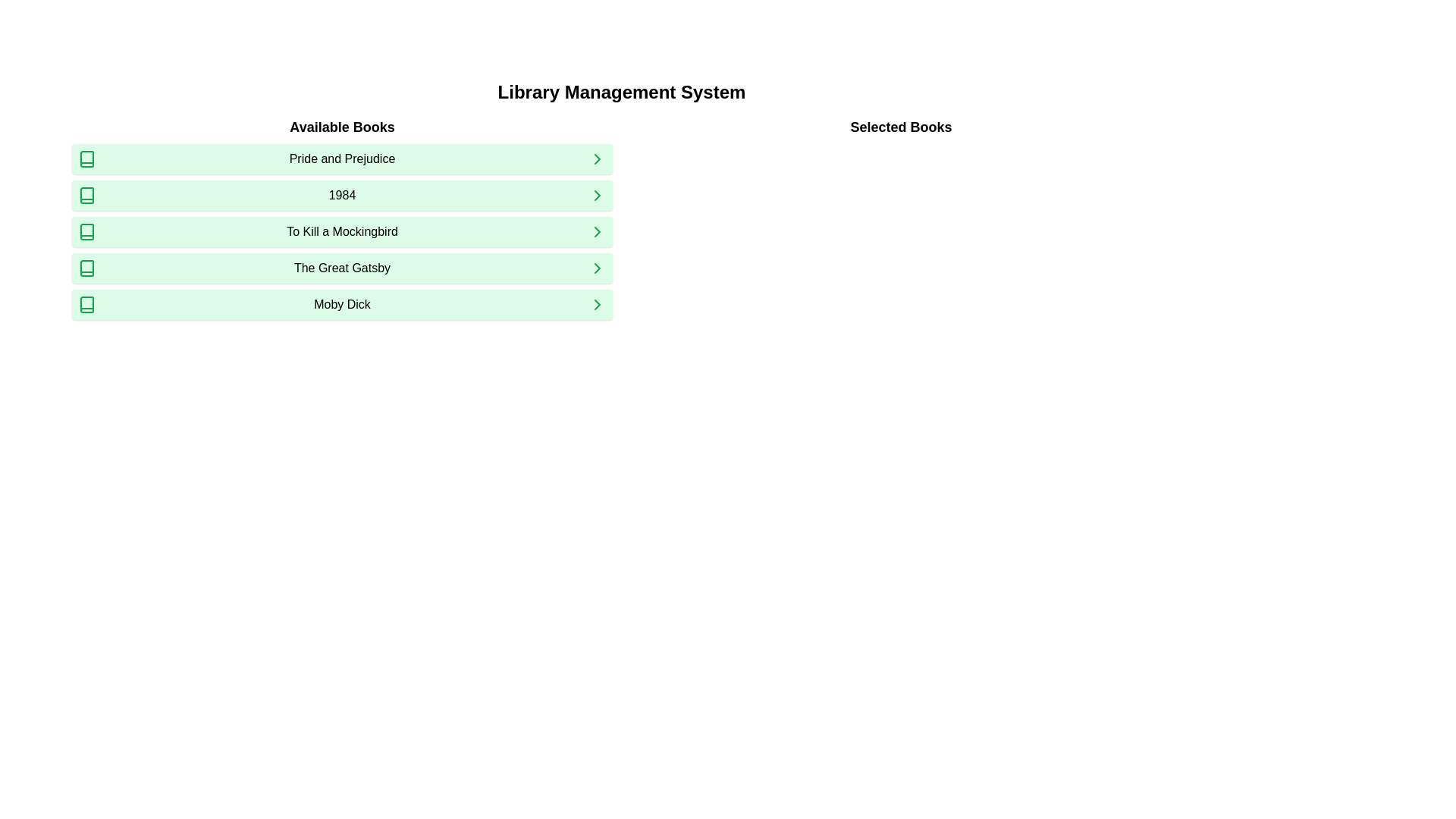 This screenshot has height=819, width=1456. I want to click on the title text label for the fourth book entry in the list under 'Available Books', which is positioned between 'To Kill a Mockingbird' and 'Moby Dick', so click(341, 268).